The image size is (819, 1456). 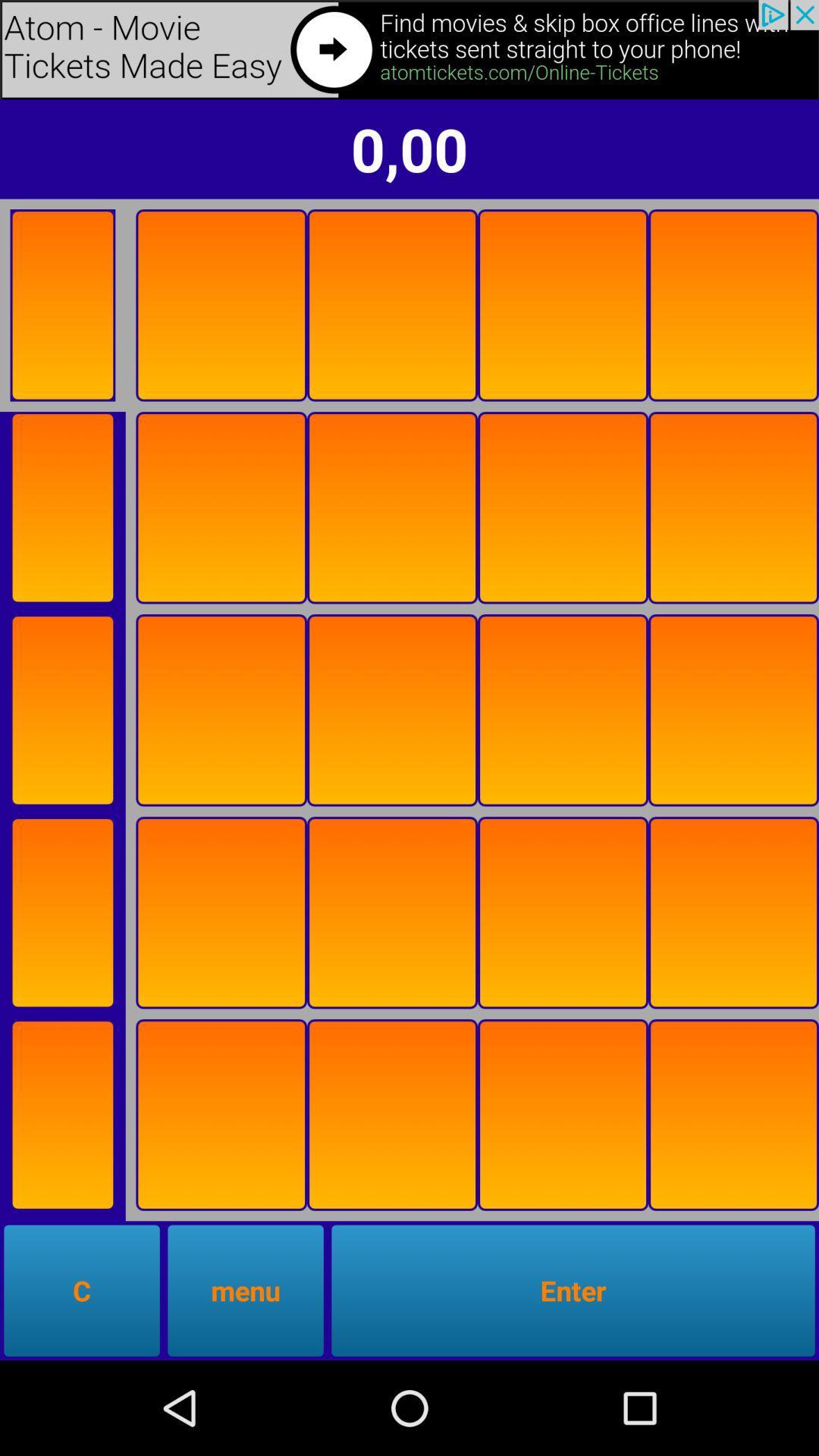 I want to click on flip card, so click(x=61, y=912).